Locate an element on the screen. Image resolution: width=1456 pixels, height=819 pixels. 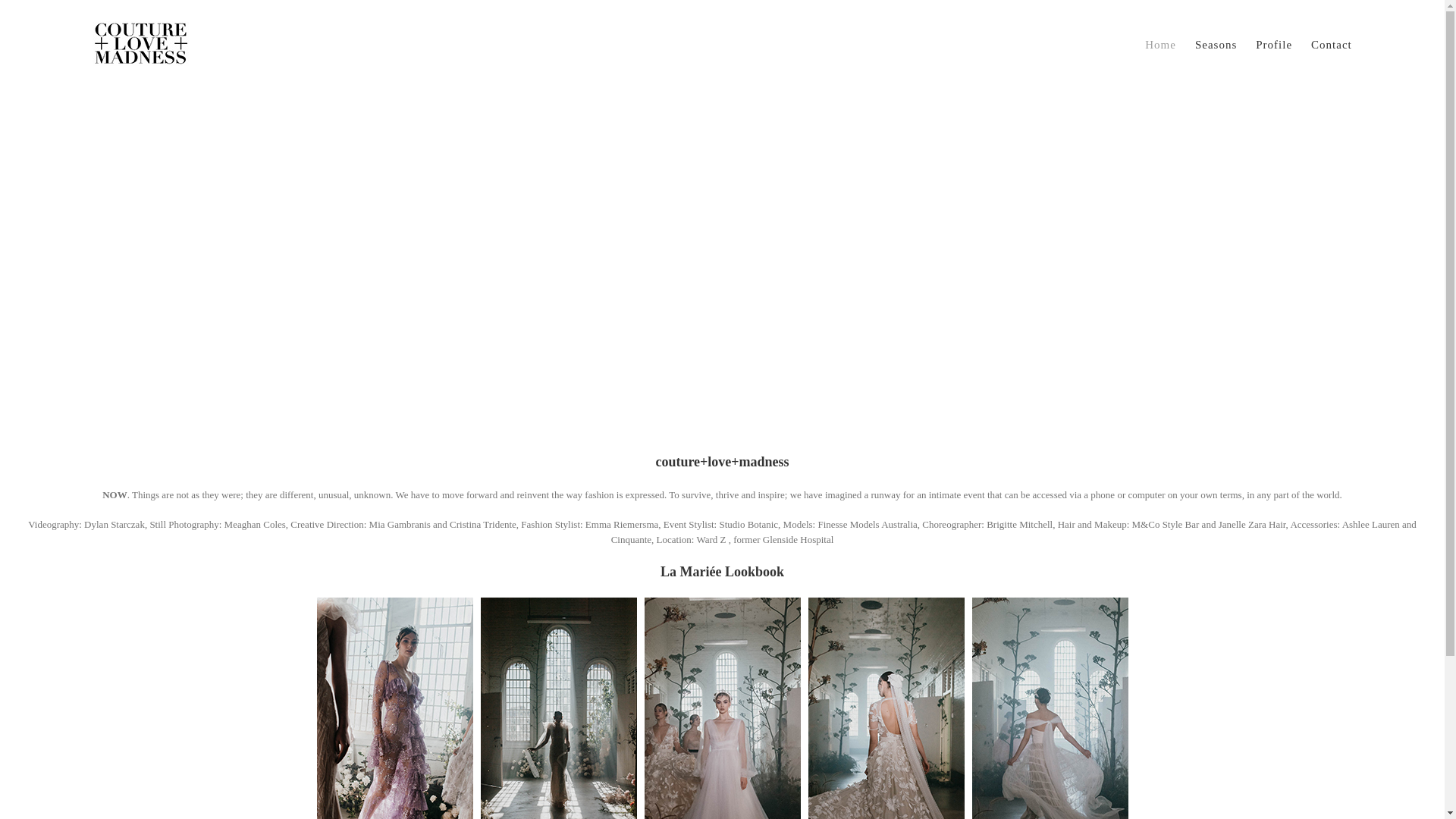
'Home' is located at coordinates (1159, 44).